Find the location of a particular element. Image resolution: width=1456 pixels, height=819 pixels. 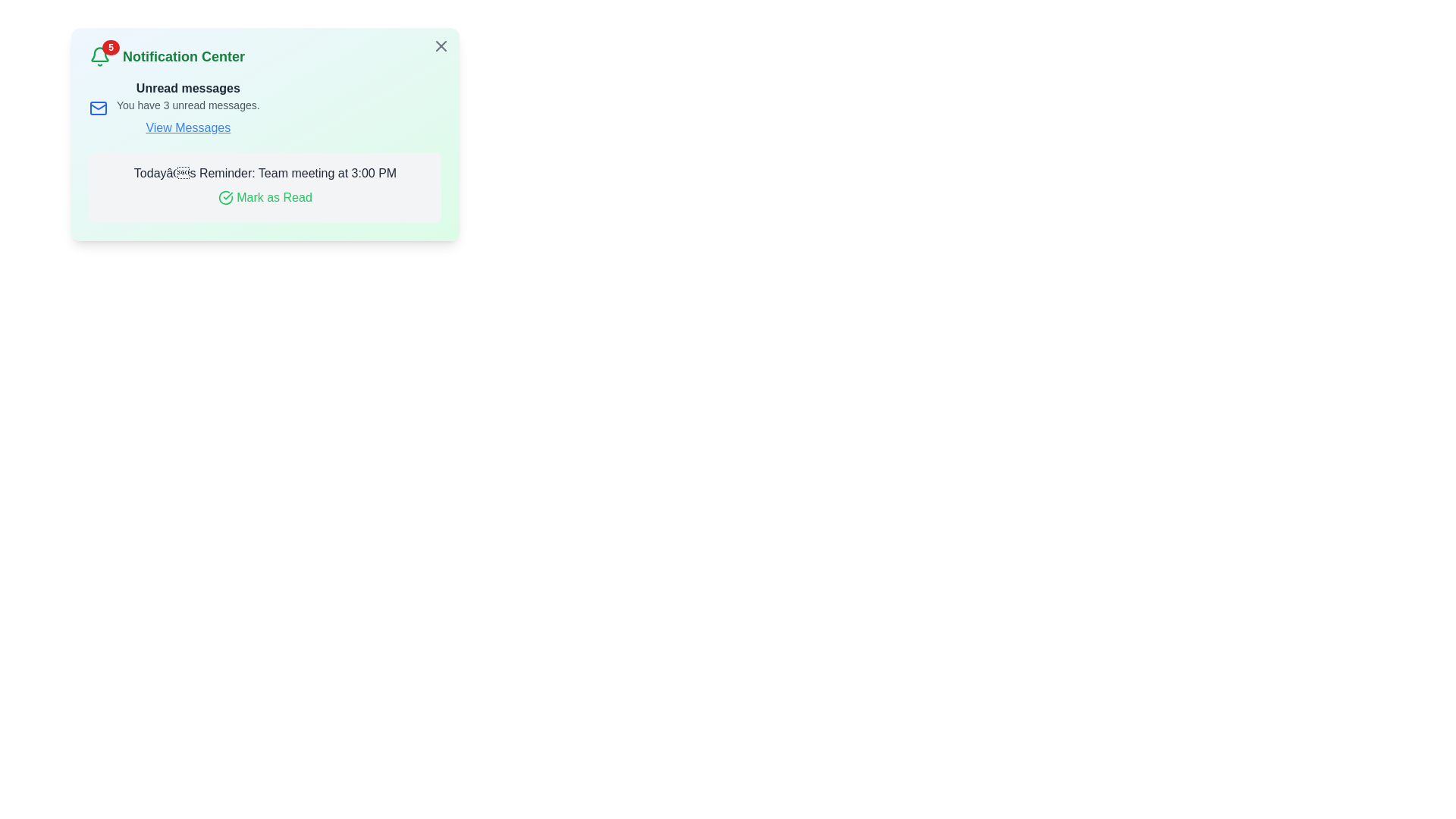

the Notification Badge located at the top-right corner of the bell icon, which is red in color and indicates unread notifications is located at coordinates (110, 46).